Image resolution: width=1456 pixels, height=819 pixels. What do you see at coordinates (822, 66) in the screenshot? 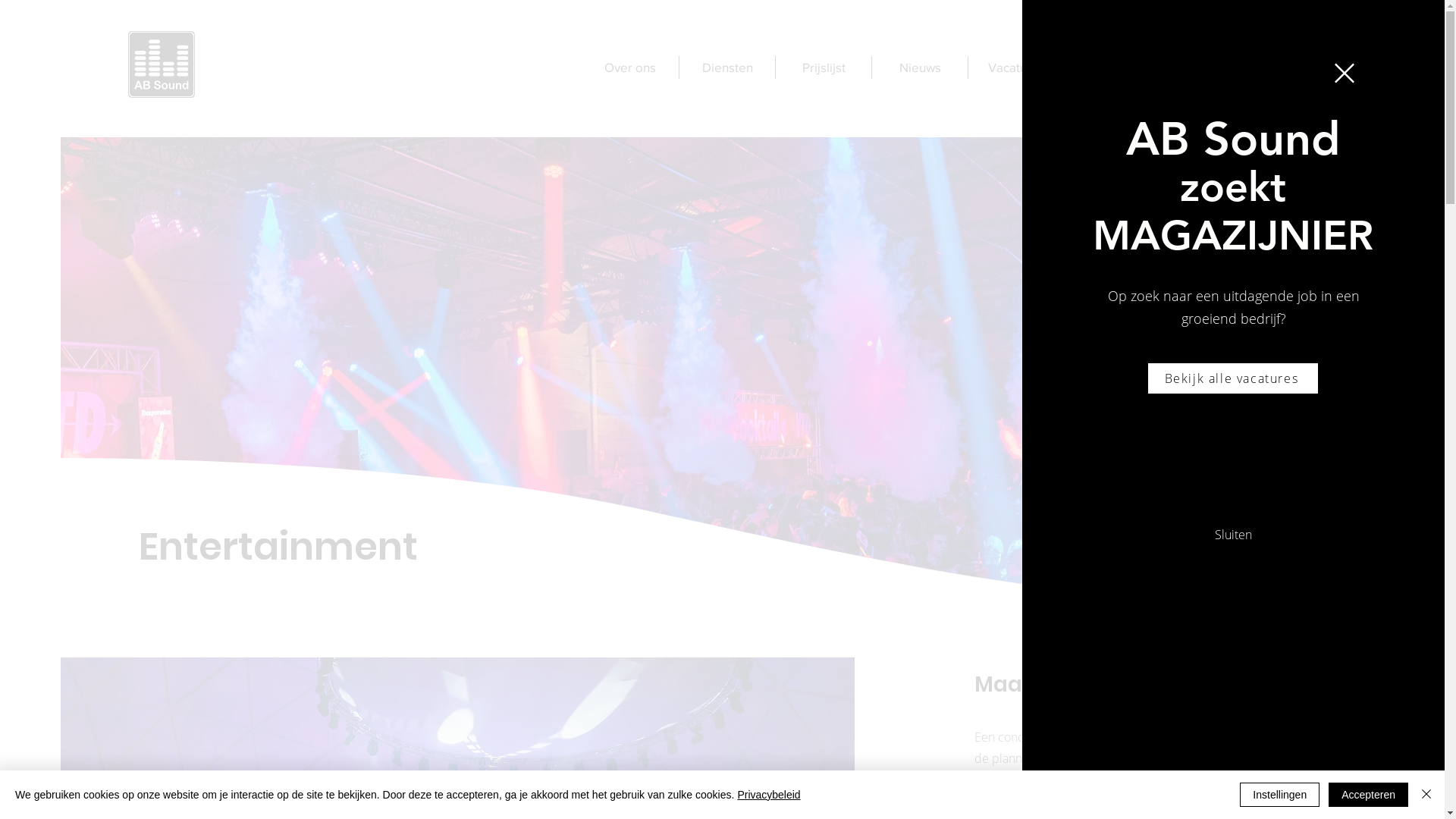
I see `'Prijslijst'` at bounding box center [822, 66].